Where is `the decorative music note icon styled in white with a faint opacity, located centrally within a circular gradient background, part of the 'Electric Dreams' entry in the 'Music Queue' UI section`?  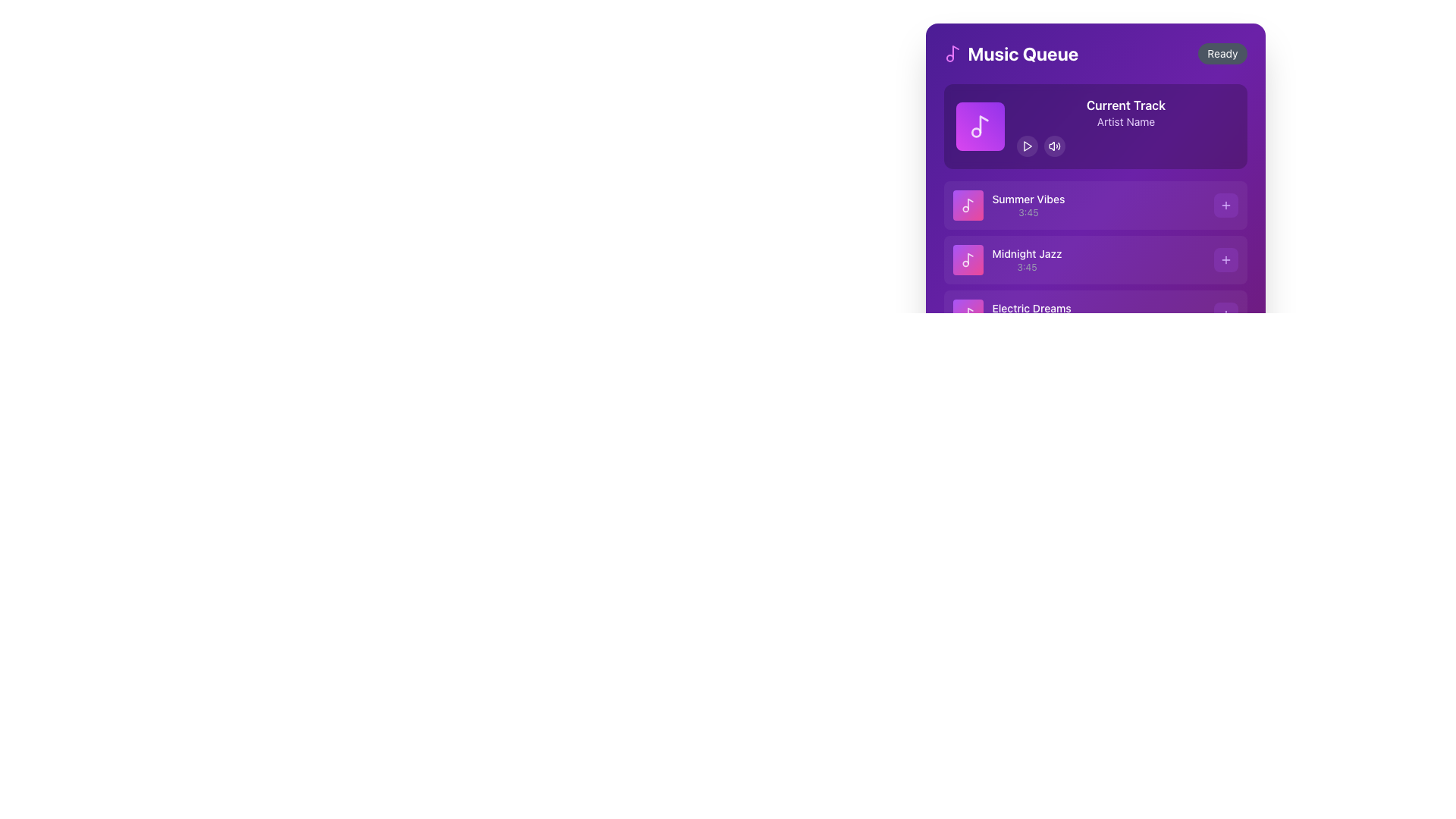
the decorative music note icon styled in white with a faint opacity, located centrally within a circular gradient background, part of the 'Electric Dreams' entry in the 'Music Queue' UI section is located at coordinates (967, 314).